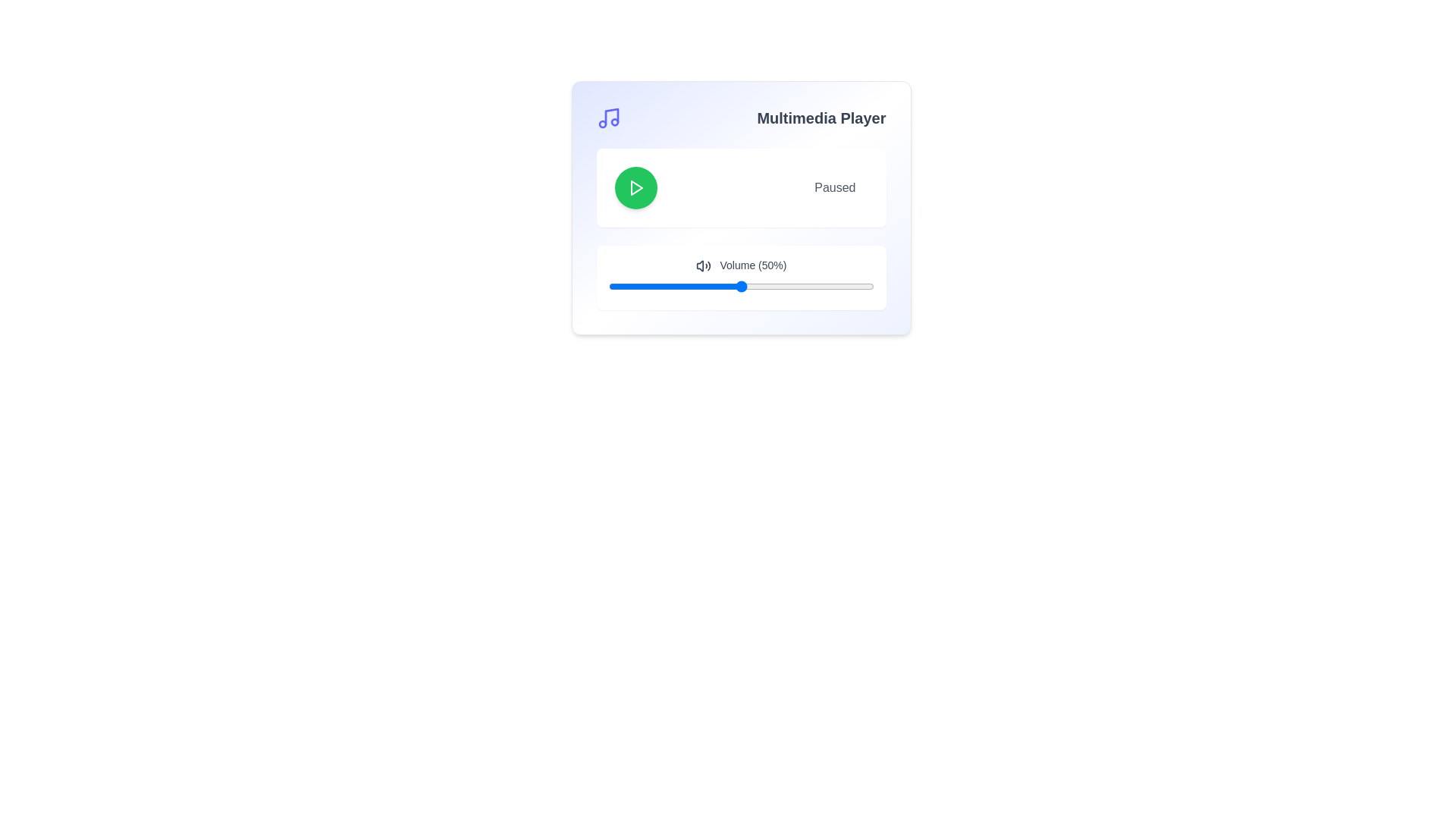  I want to click on volume, so click(783, 287).